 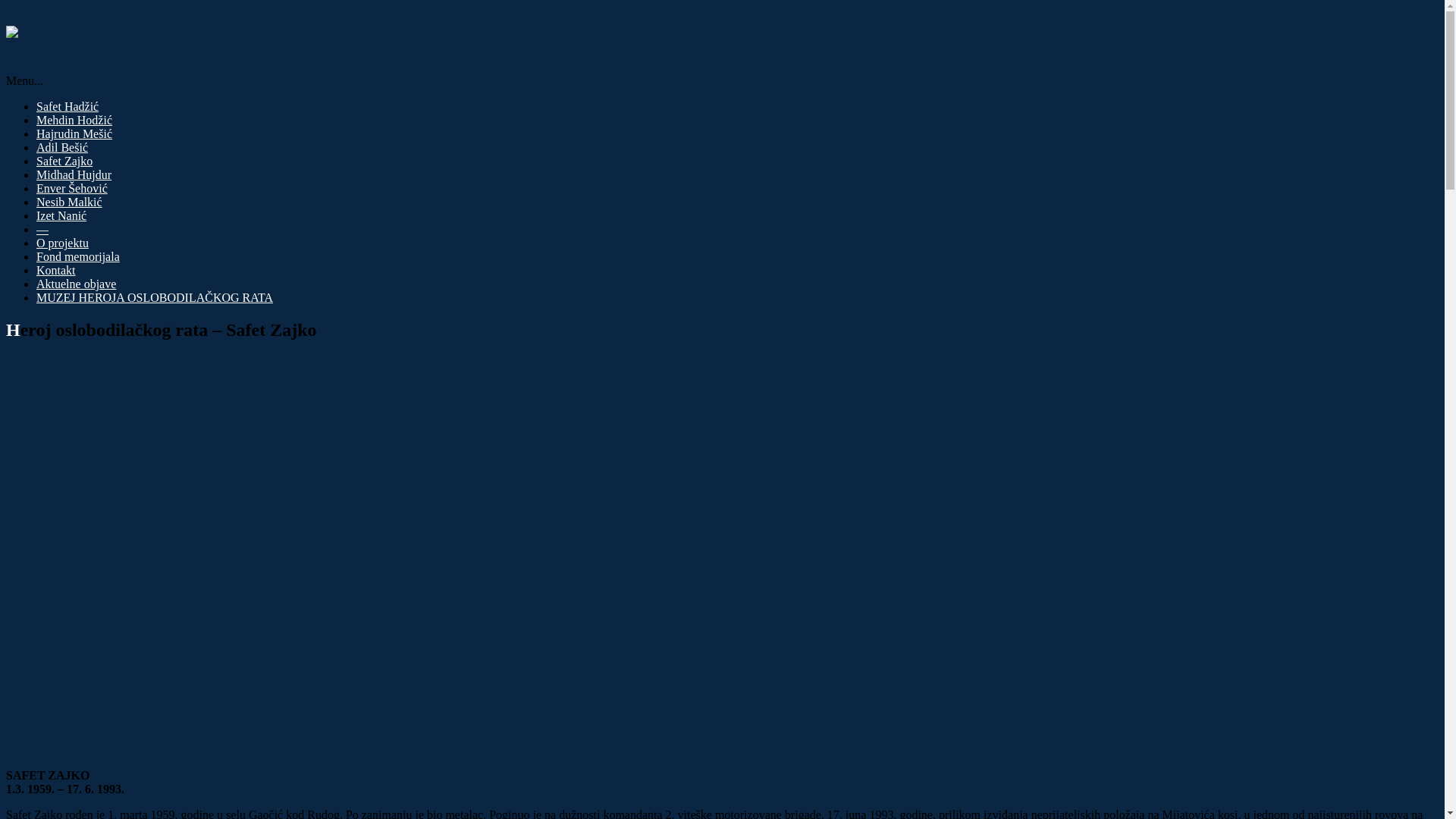 What do you see at coordinates (75, 284) in the screenshot?
I see `'Aktuelne objave'` at bounding box center [75, 284].